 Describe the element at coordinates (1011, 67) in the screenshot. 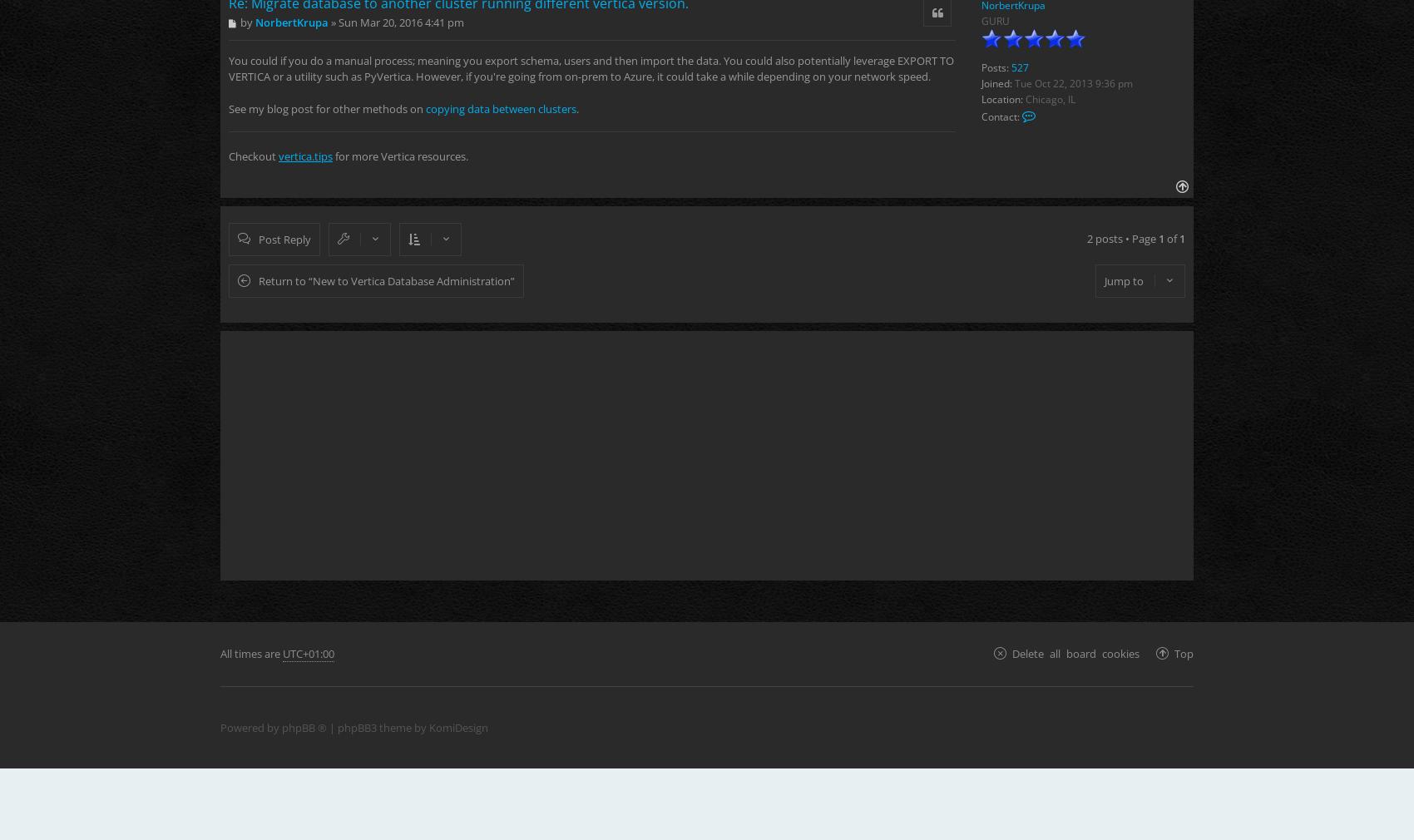

I see `'527'` at that location.